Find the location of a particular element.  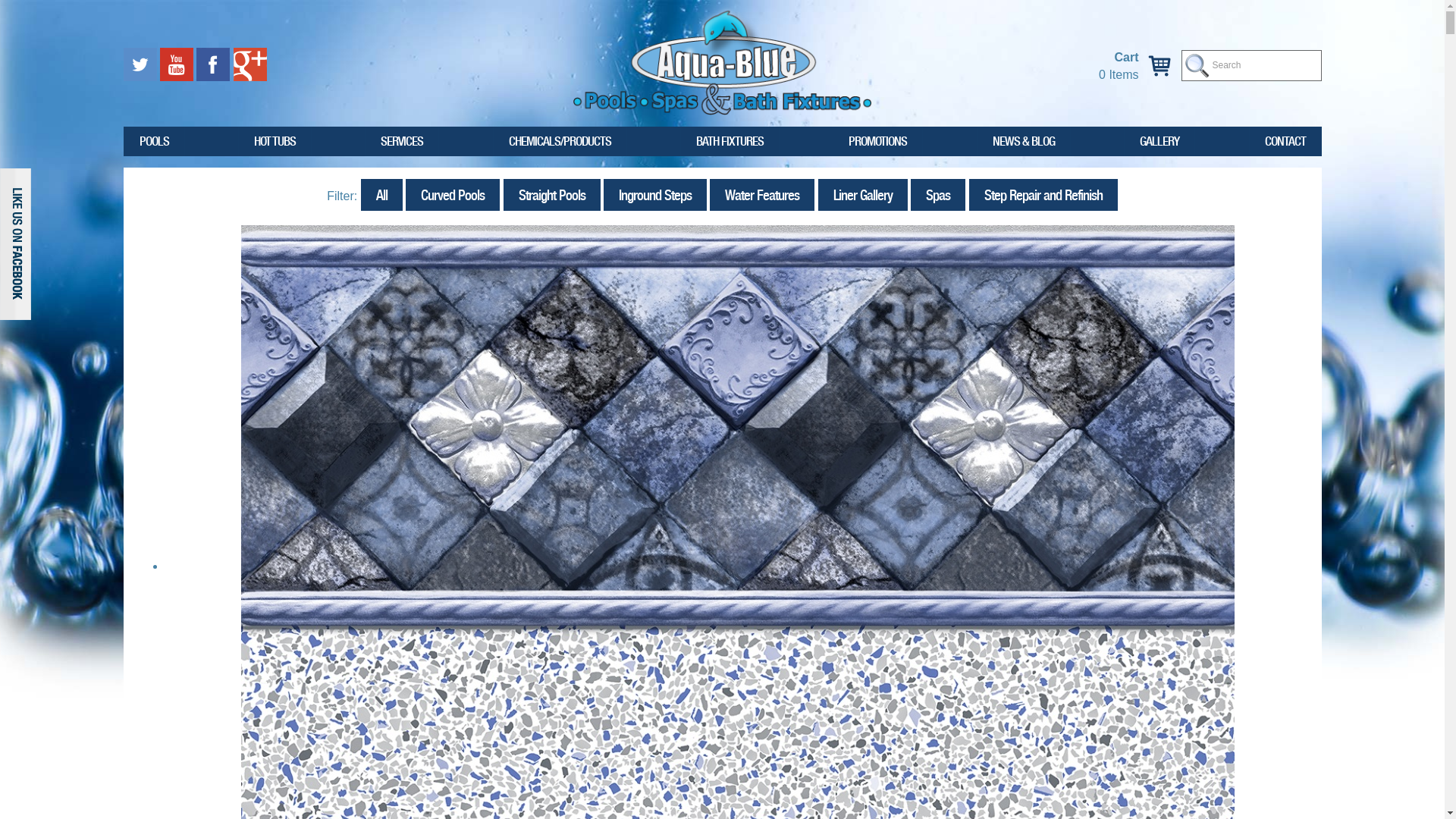

'Watch us on Youtube' is located at coordinates (178, 62).